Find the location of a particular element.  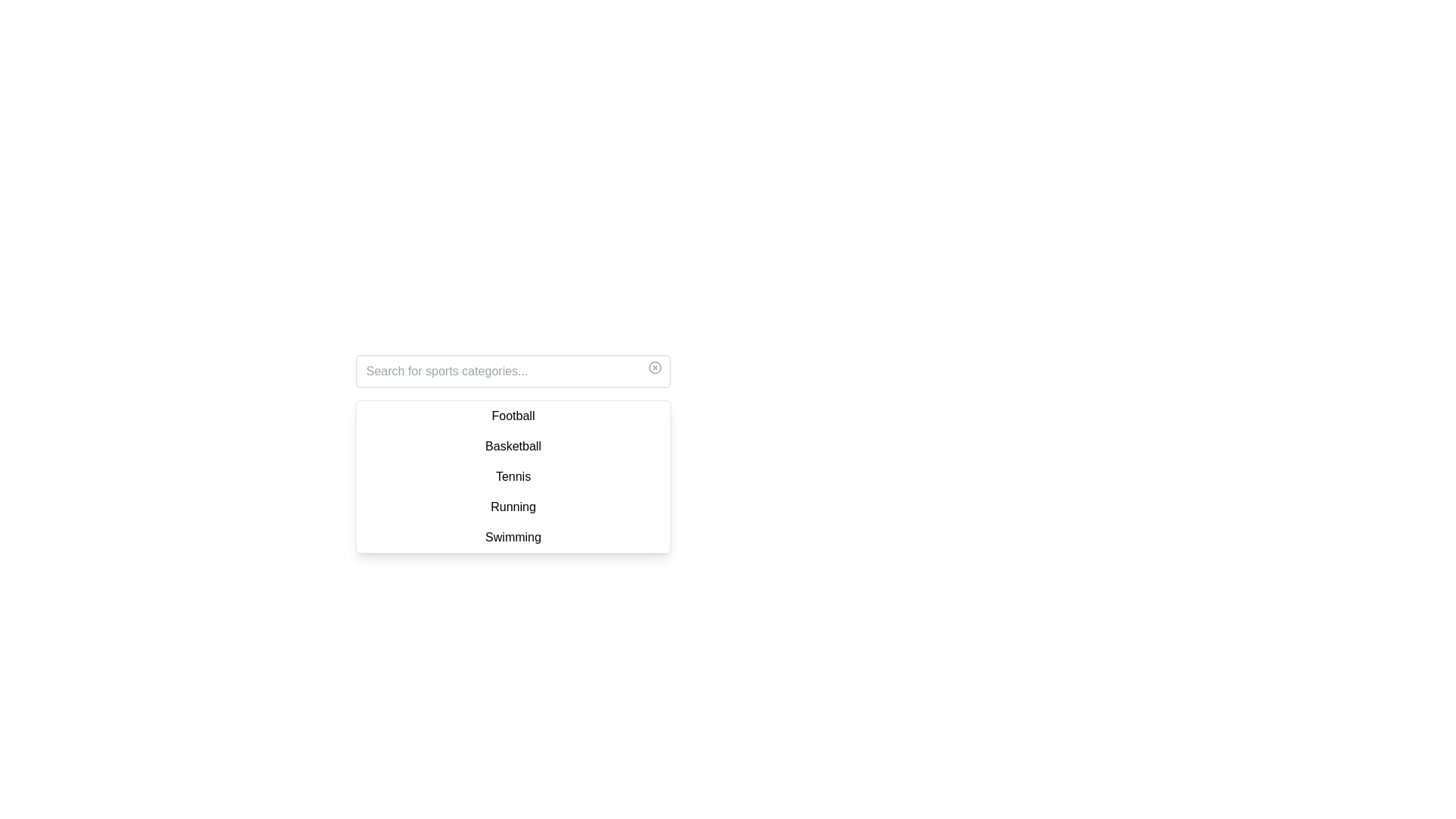

the 'Basketball' selectable option in the dropdown menu is located at coordinates (513, 453).